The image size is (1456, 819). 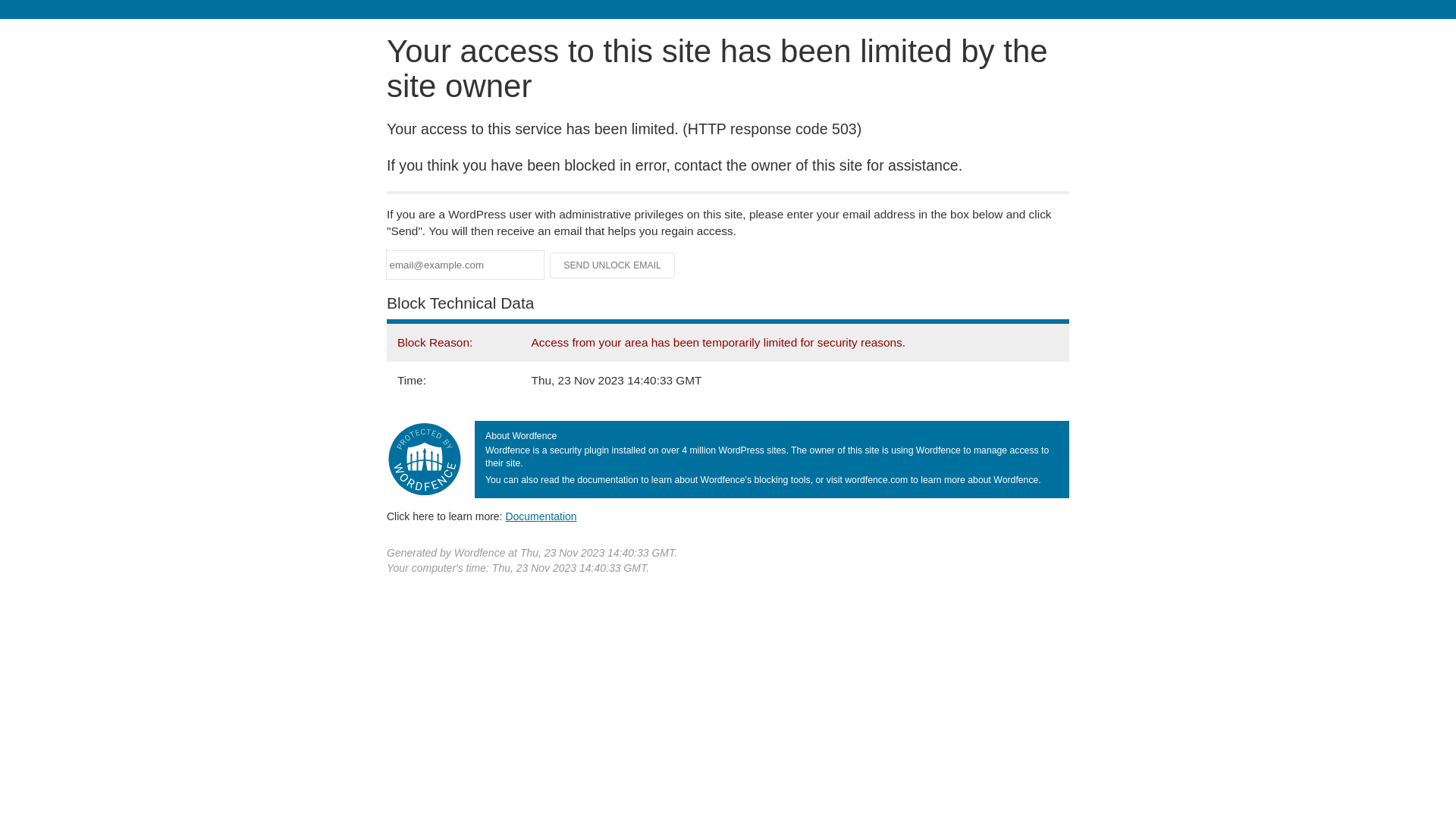 What do you see at coordinates (541, 516) in the screenshot?
I see `'Documentation'` at bounding box center [541, 516].